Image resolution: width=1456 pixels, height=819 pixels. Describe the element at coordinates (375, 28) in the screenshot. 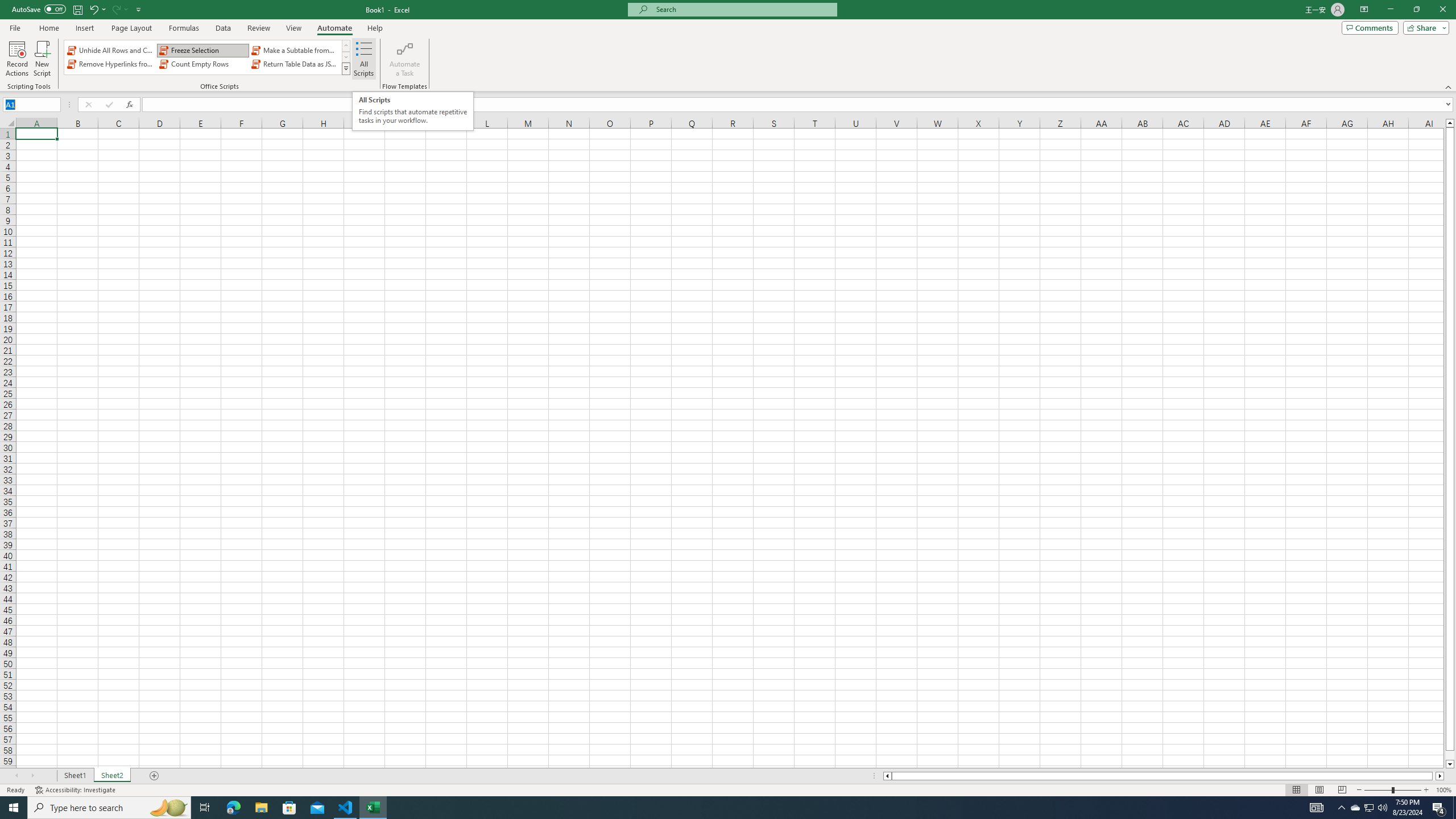

I see `'Help'` at that location.